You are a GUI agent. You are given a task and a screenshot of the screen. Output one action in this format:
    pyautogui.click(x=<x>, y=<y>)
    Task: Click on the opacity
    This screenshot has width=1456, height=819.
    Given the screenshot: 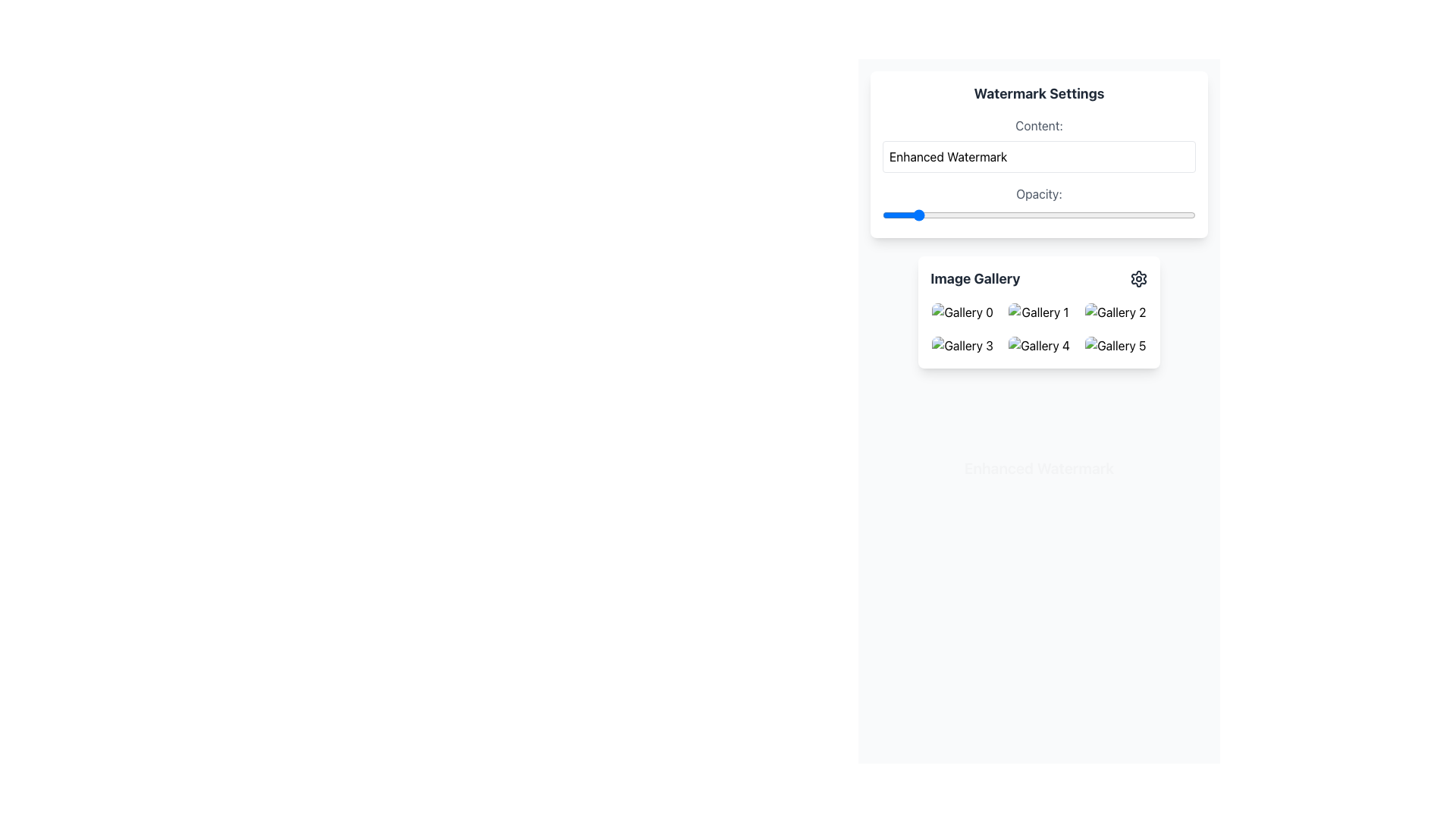 What is the action you would take?
    pyautogui.click(x=882, y=215)
    